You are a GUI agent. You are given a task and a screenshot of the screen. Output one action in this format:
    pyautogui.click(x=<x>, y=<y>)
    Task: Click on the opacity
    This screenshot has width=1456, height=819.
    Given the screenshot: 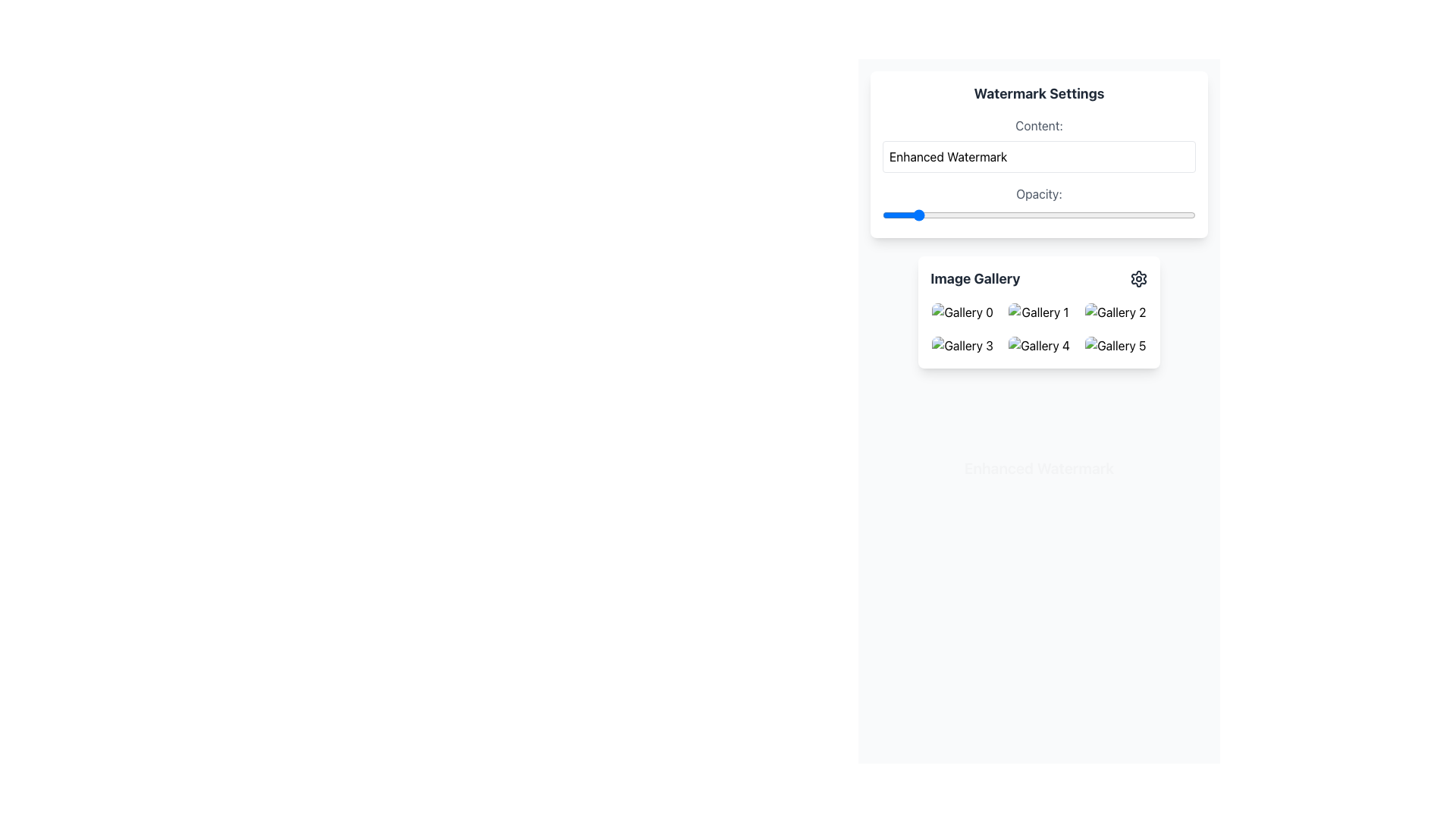 What is the action you would take?
    pyautogui.click(x=882, y=215)
    